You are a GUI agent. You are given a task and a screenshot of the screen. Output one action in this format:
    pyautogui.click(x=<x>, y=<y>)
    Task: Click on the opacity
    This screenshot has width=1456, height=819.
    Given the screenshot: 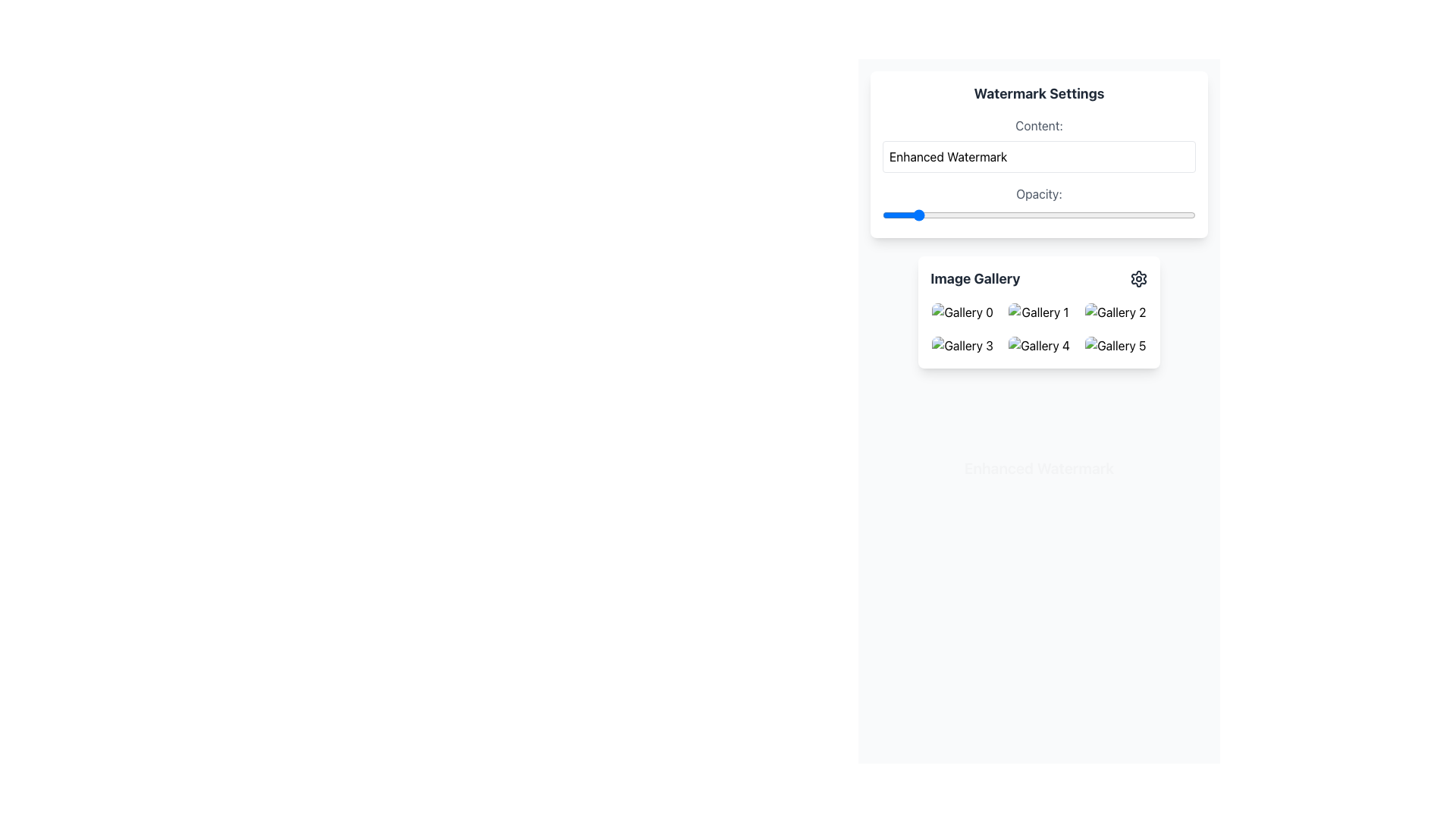 What is the action you would take?
    pyautogui.click(x=882, y=215)
    